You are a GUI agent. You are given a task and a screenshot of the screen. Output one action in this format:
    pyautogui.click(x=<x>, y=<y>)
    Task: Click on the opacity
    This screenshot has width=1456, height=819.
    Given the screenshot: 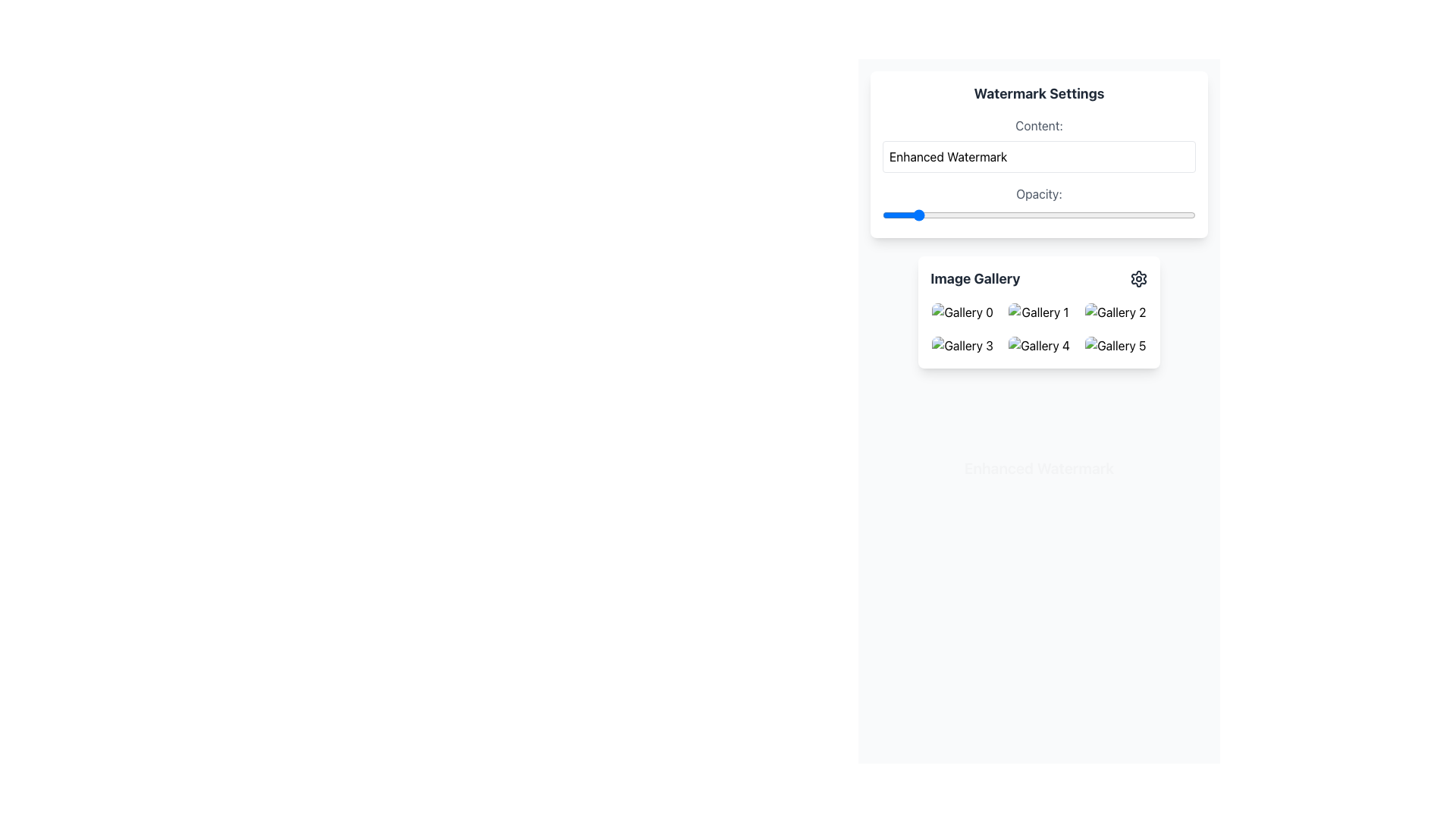 What is the action you would take?
    pyautogui.click(x=882, y=215)
    